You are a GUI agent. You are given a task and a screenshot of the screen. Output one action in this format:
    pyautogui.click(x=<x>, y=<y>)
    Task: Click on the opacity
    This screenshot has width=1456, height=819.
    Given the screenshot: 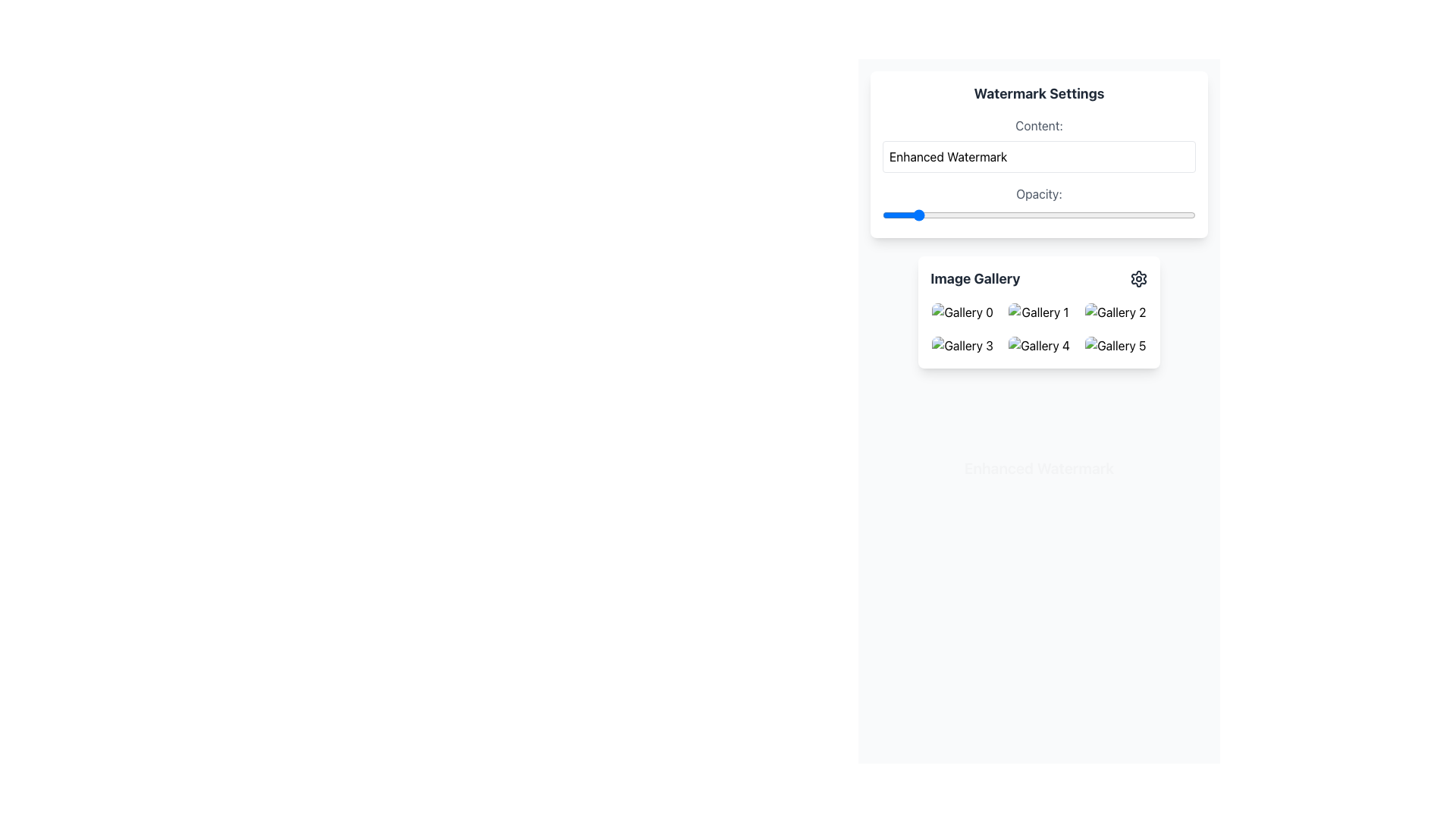 What is the action you would take?
    pyautogui.click(x=882, y=215)
    